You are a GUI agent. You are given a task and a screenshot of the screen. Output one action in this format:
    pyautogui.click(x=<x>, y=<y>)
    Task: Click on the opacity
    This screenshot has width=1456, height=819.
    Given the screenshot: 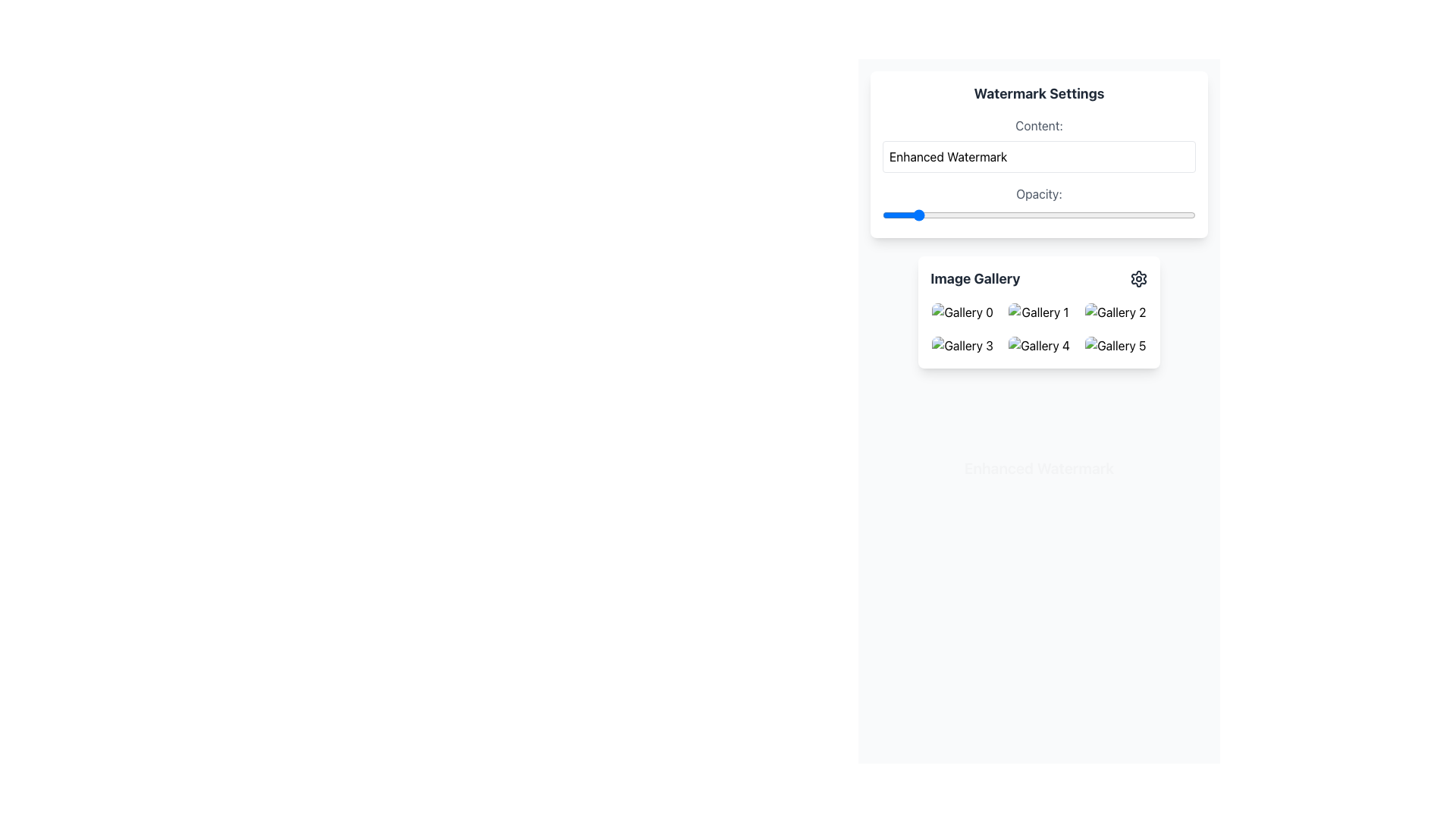 What is the action you would take?
    pyautogui.click(x=882, y=215)
    